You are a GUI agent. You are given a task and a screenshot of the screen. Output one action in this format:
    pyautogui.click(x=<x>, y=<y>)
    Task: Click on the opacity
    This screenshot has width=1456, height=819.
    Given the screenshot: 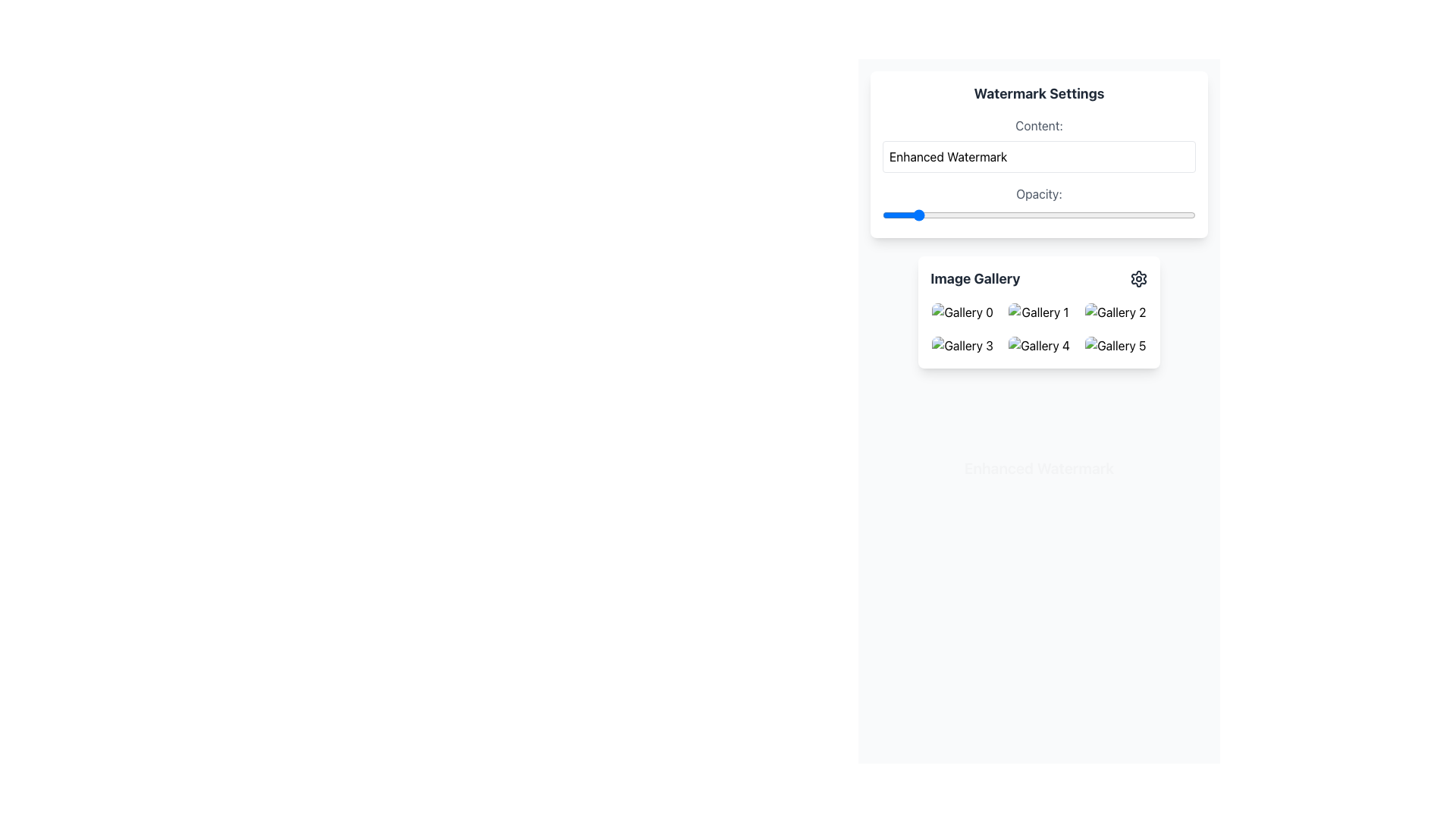 What is the action you would take?
    pyautogui.click(x=882, y=215)
    